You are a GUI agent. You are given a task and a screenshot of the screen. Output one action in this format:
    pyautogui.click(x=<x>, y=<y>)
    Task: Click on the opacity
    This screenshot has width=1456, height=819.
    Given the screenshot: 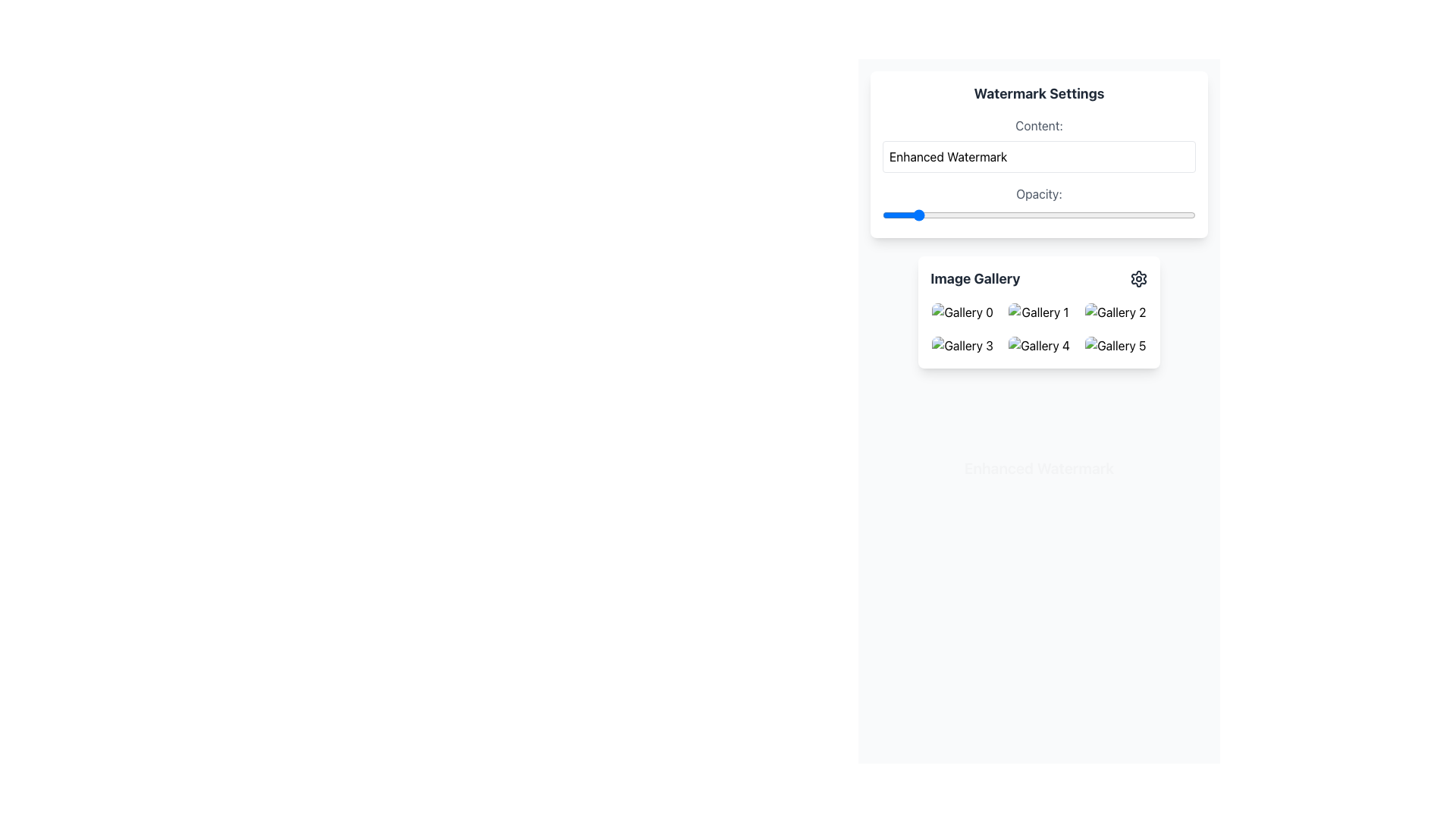 What is the action you would take?
    pyautogui.click(x=882, y=215)
    